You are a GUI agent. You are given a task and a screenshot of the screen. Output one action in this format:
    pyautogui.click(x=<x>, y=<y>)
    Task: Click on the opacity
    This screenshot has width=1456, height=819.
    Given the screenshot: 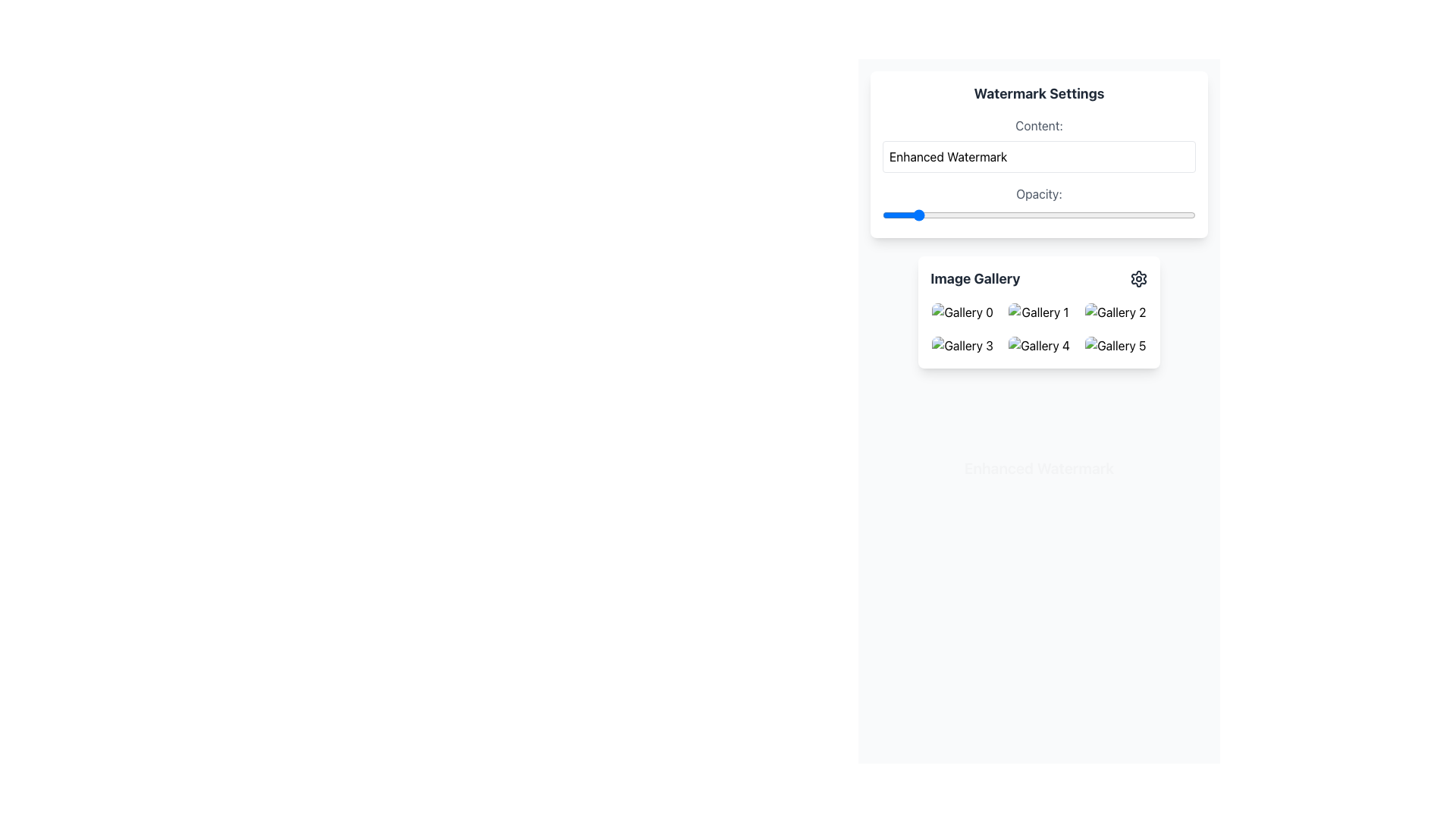 What is the action you would take?
    pyautogui.click(x=882, y=215)
    